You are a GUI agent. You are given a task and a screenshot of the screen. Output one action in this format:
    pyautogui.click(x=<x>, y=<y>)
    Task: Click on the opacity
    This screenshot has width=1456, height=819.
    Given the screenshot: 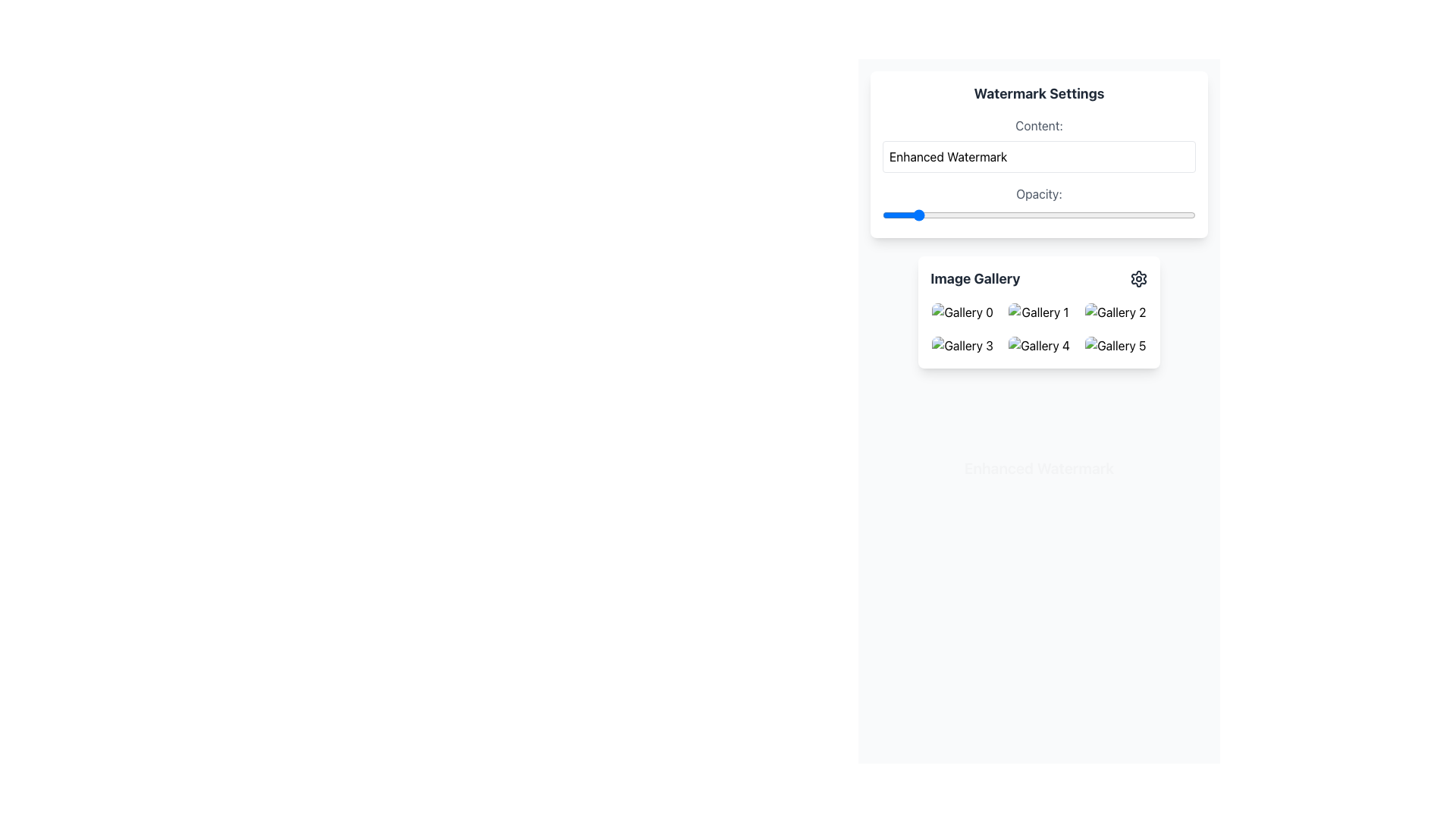 What is the action you would take?
    pyautogui.click(x=882, y=215)
    